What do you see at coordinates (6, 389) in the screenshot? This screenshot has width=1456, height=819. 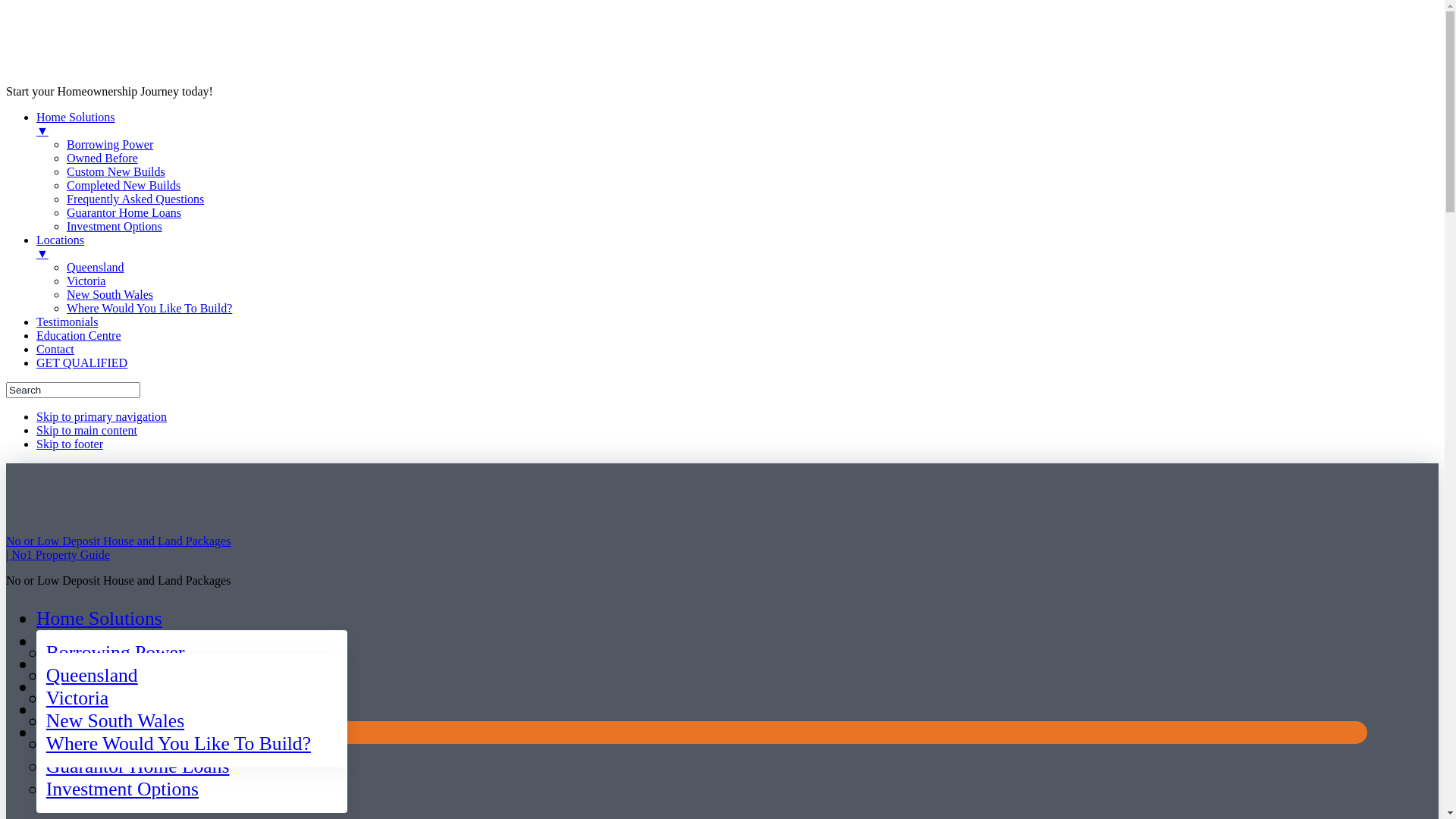 I see `'Search'` at bounding box center [6, 389].